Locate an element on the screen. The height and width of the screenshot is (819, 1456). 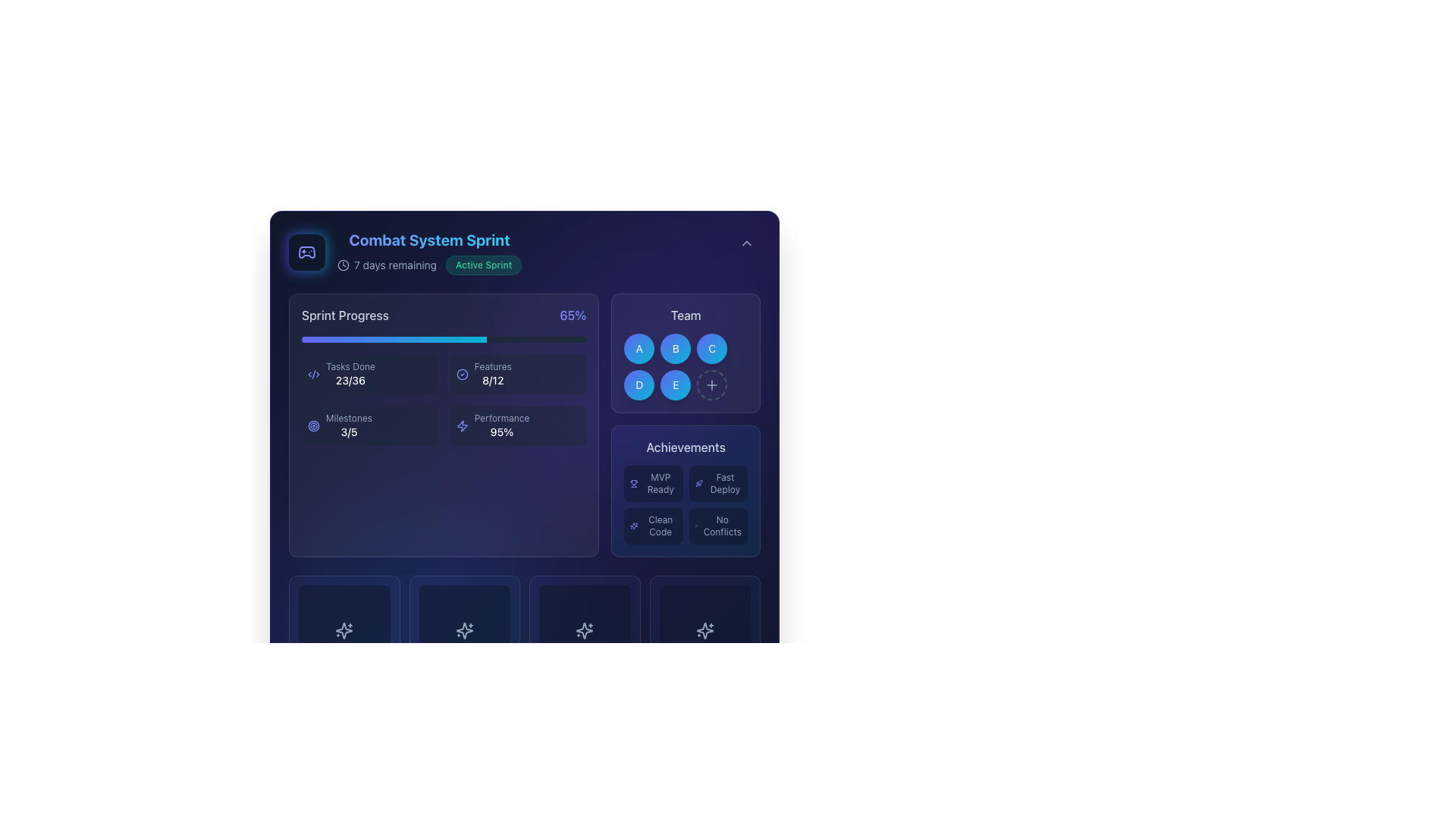
the associated buttons within the first section of the Informational Block that displays sprint information, including title, time left, and status is located at coordinates (524, 251).